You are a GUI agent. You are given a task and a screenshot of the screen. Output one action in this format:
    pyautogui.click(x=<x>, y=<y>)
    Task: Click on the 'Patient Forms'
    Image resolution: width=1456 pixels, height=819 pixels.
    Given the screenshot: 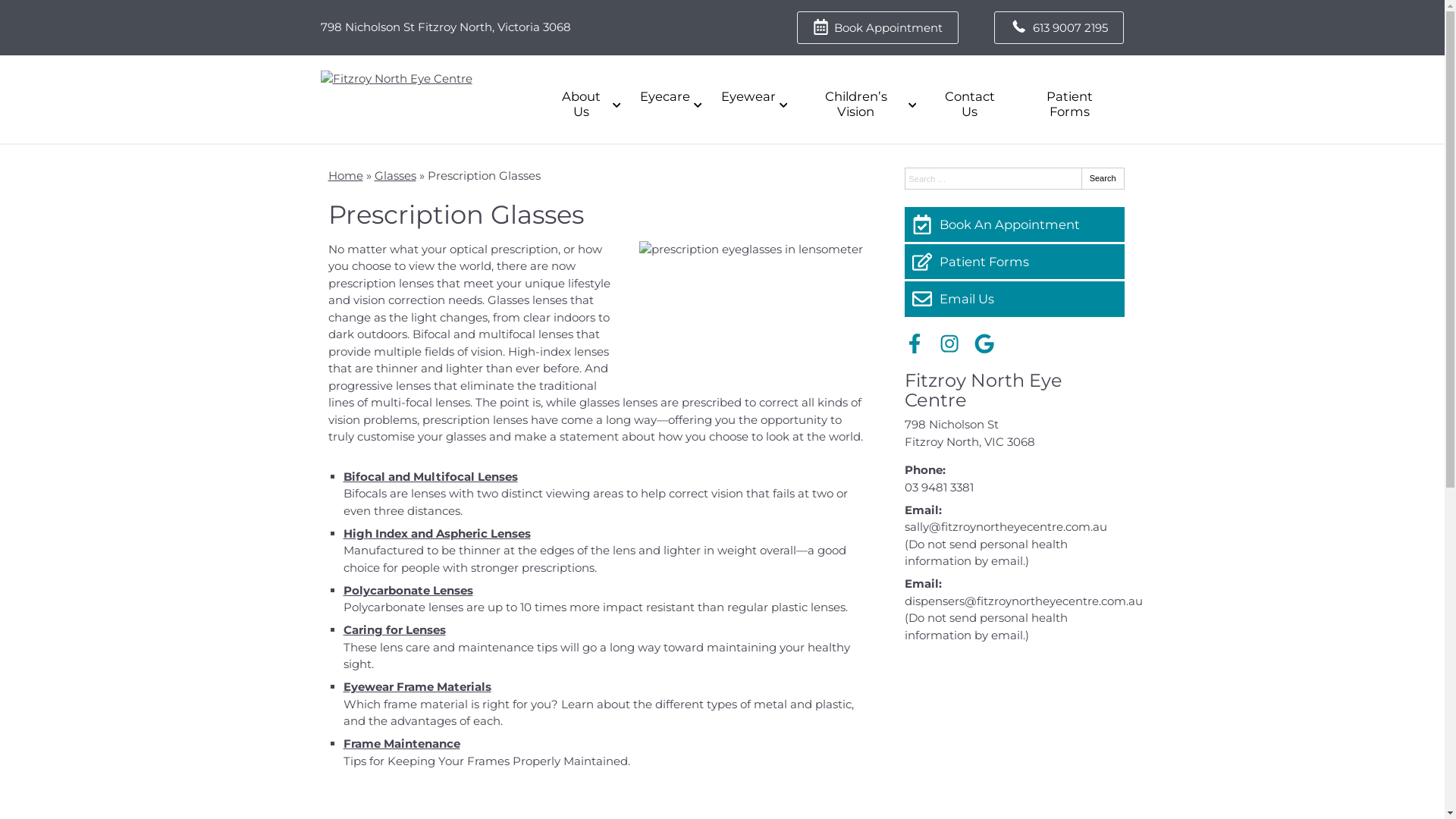 What is the action you would take?
    pyautogui.click(x=1014, y=260)
    